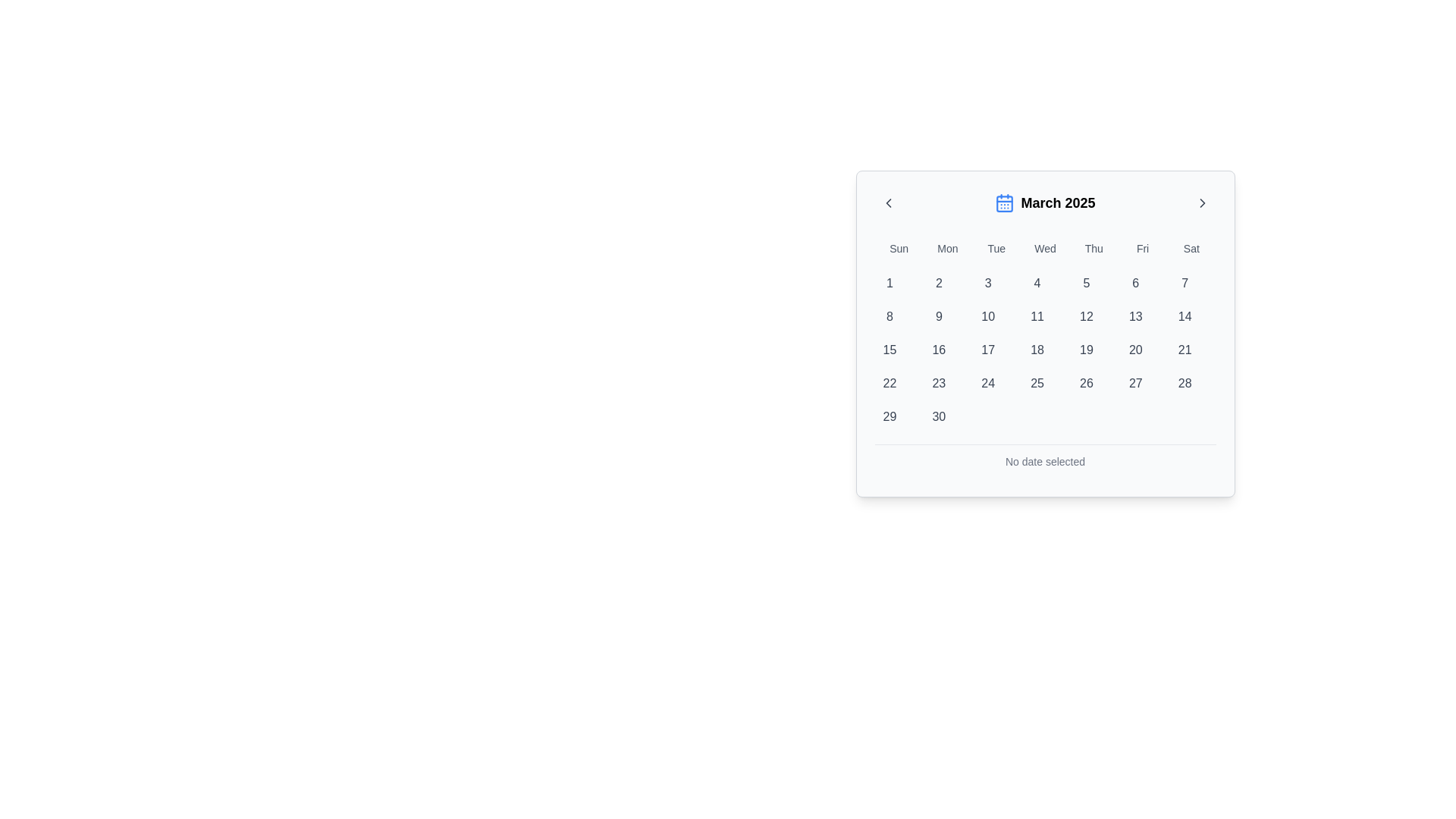 The image size is (1456, 819). Describe the element at coordinates (1085, 284) in the screenshot. I see `the circular button displaying the number '5' in the calendar grid layout` at that location.